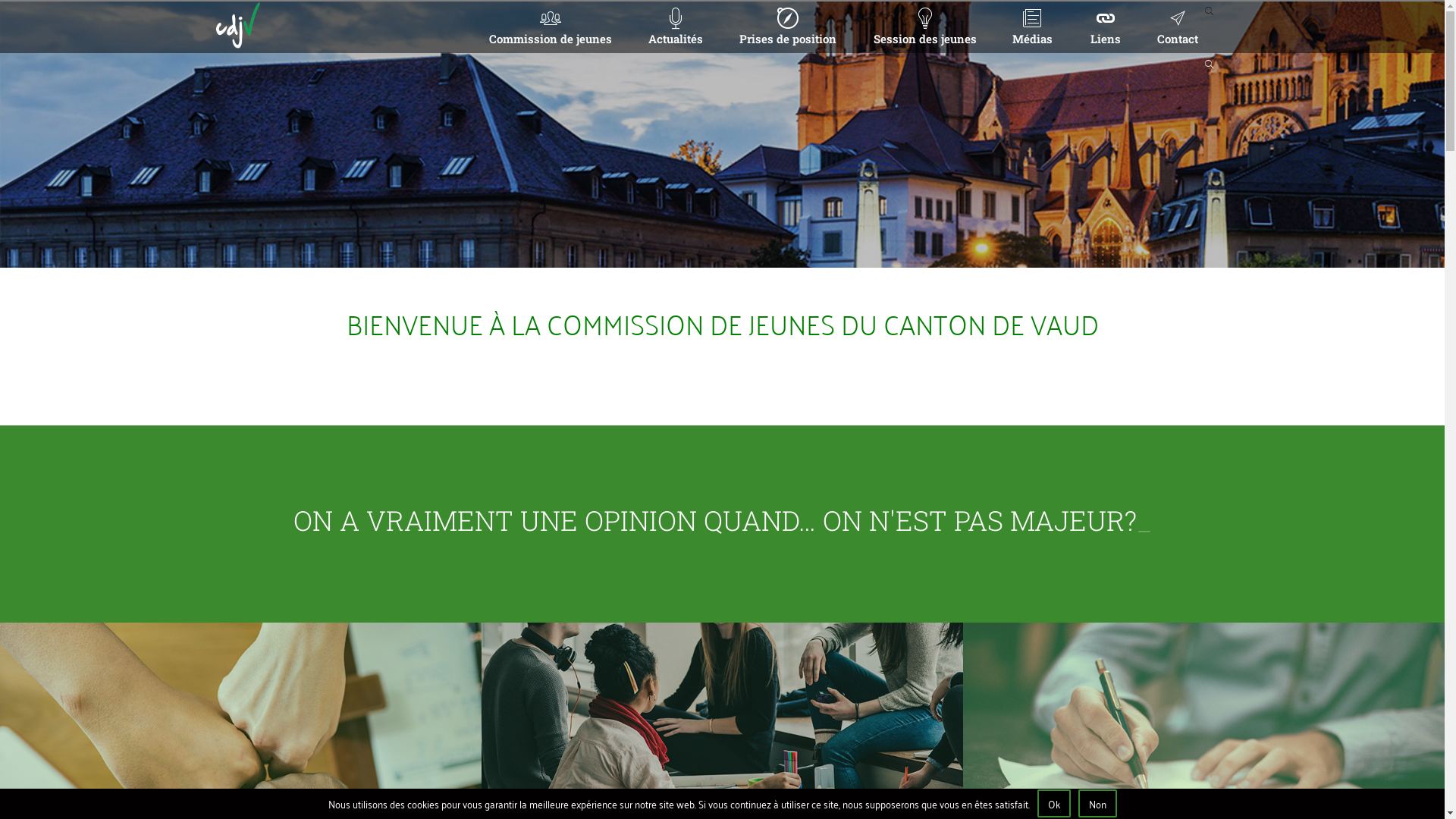  Describe the element at coordinates (1097, 802) in the screenshot. I see `'Non'` at that location.